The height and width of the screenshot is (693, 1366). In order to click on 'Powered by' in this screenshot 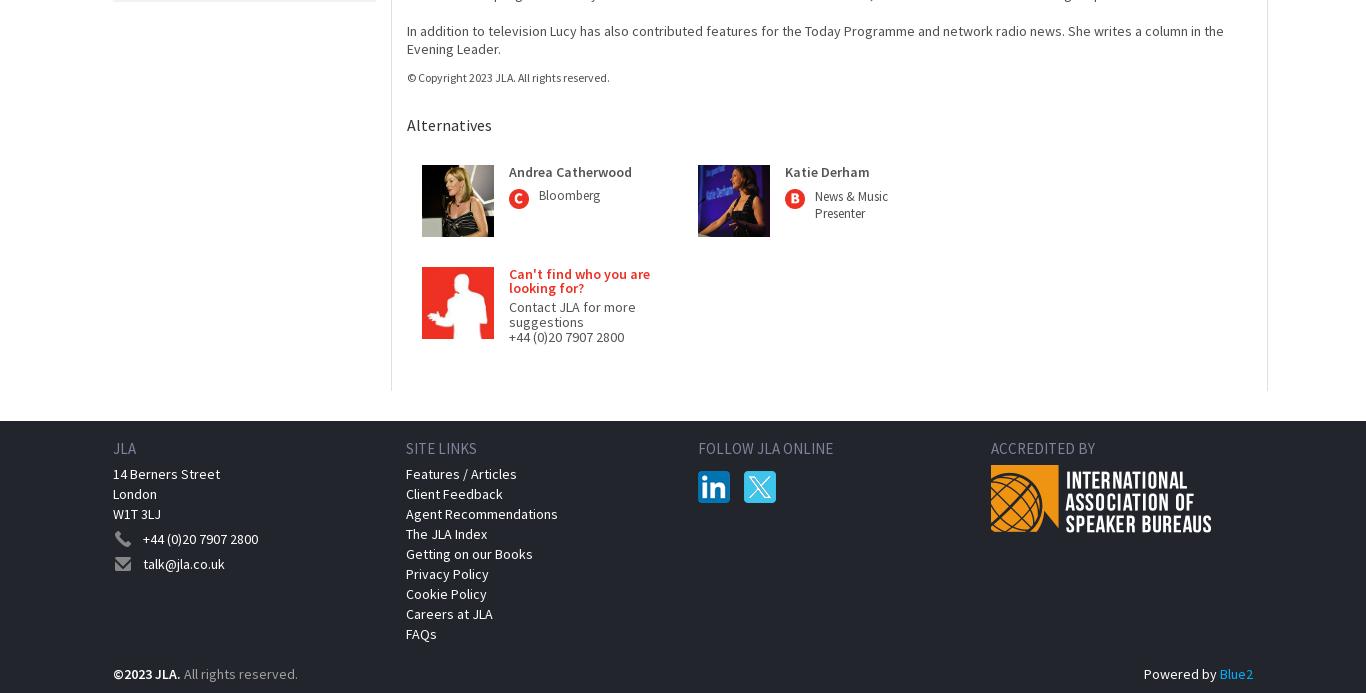, I will do `click(1181, 673)`.